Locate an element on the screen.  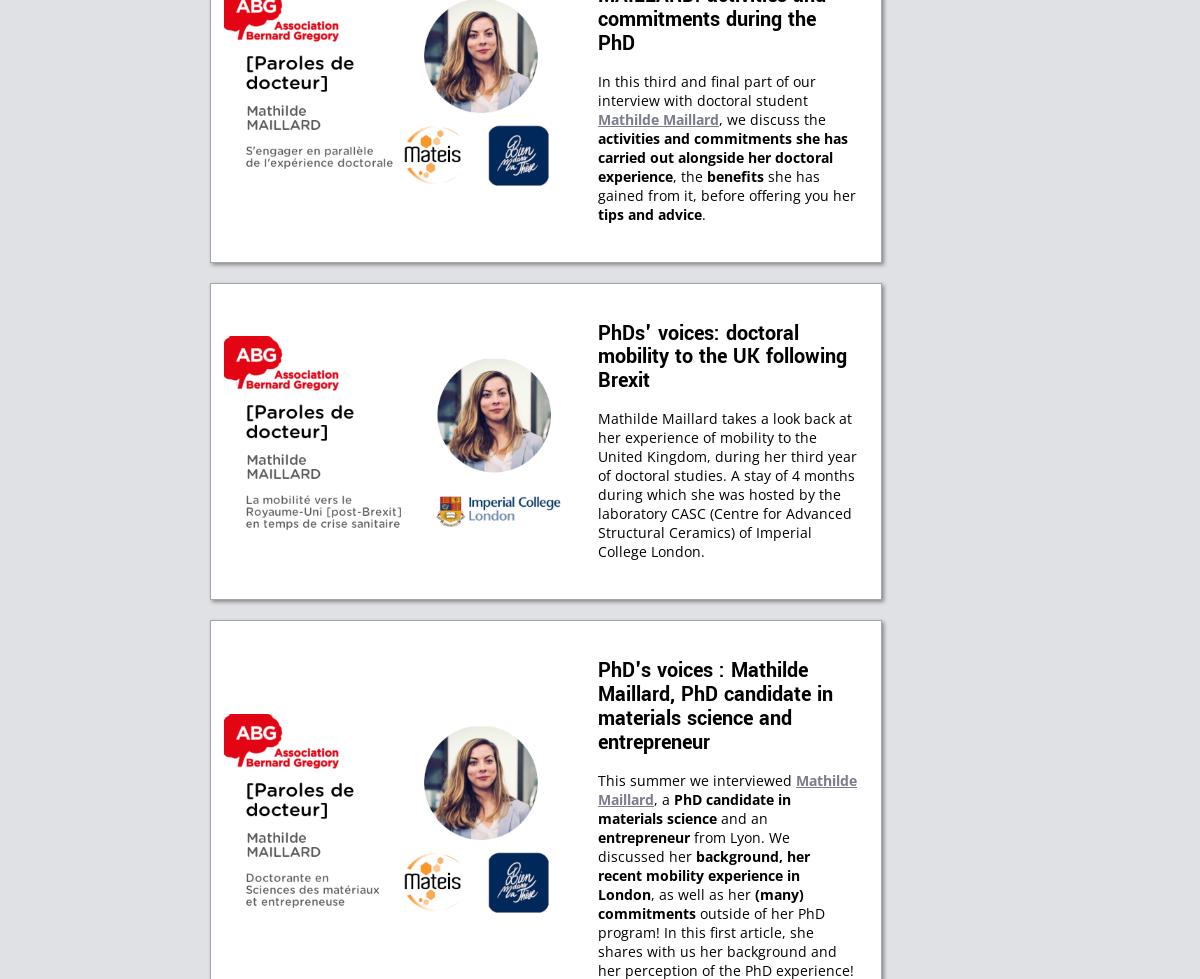
'.' is located at coordinates (704, 213).